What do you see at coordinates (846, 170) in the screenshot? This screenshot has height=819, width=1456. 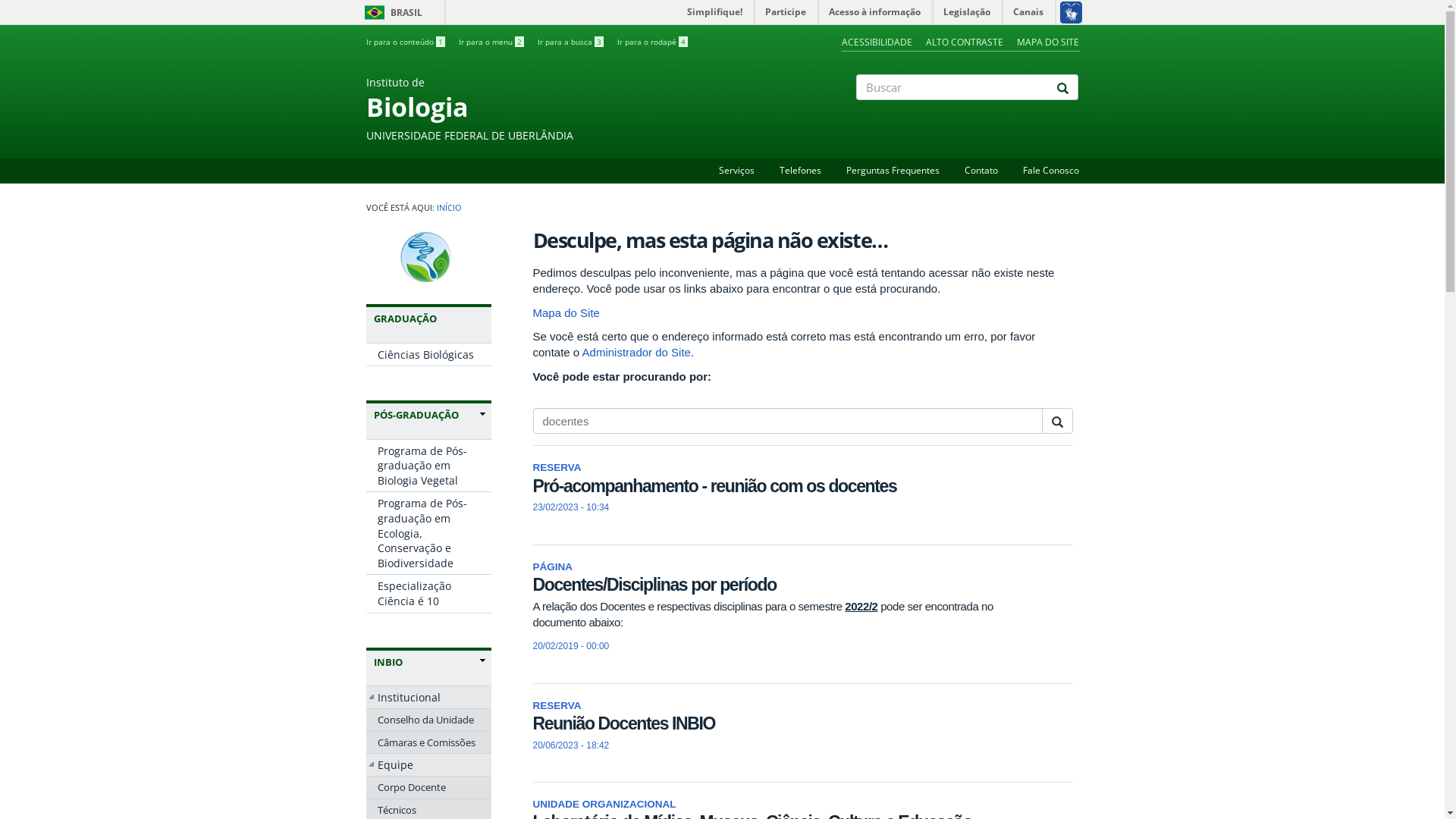 I see `'Perguntas Frequentes'` at bounding box center [846, 170].